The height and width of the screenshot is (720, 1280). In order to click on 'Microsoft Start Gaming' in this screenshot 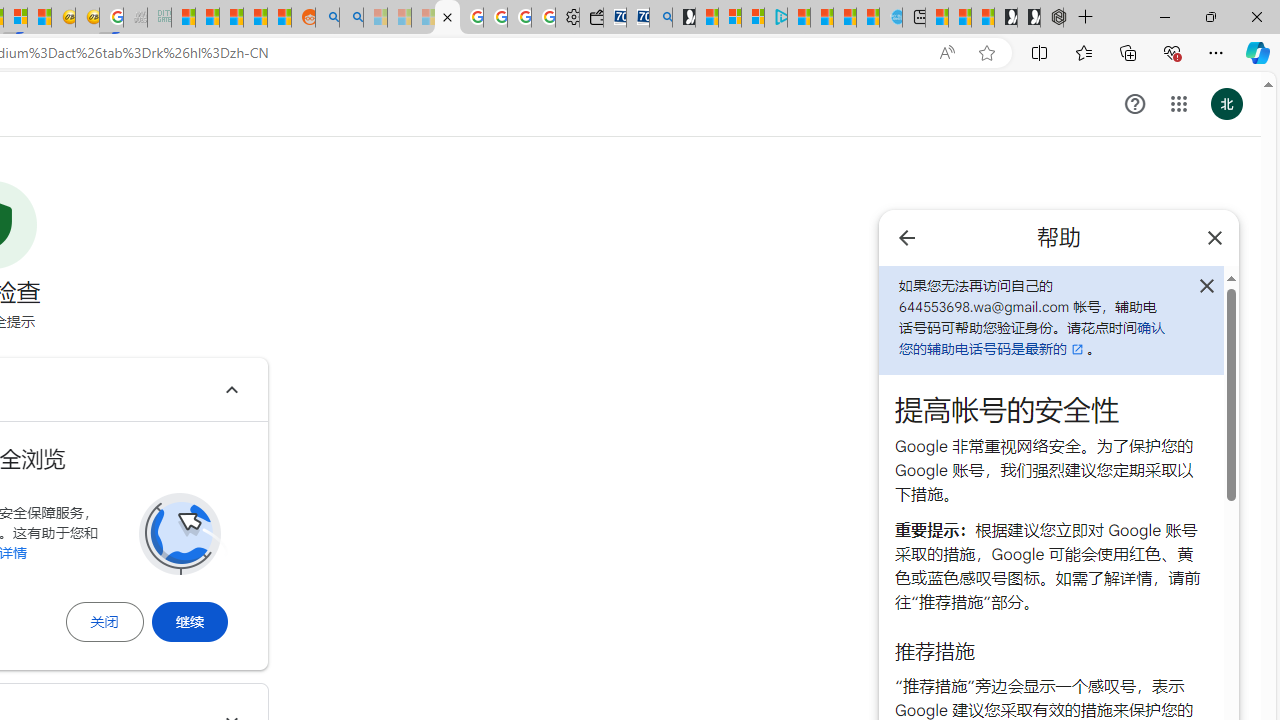, I will do `click(684, 17)`.